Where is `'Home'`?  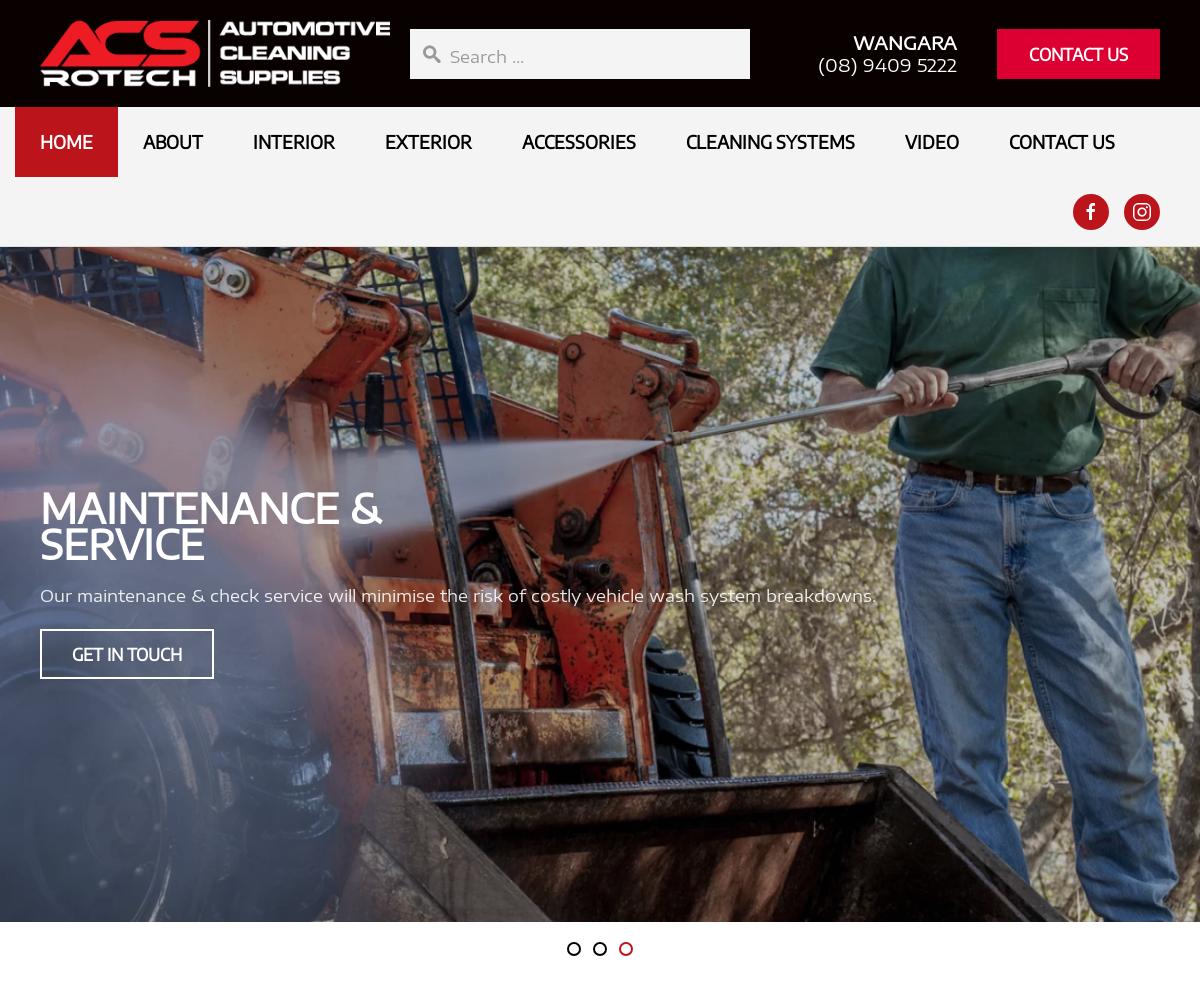
'Home' is located at coordinates (66, 141).